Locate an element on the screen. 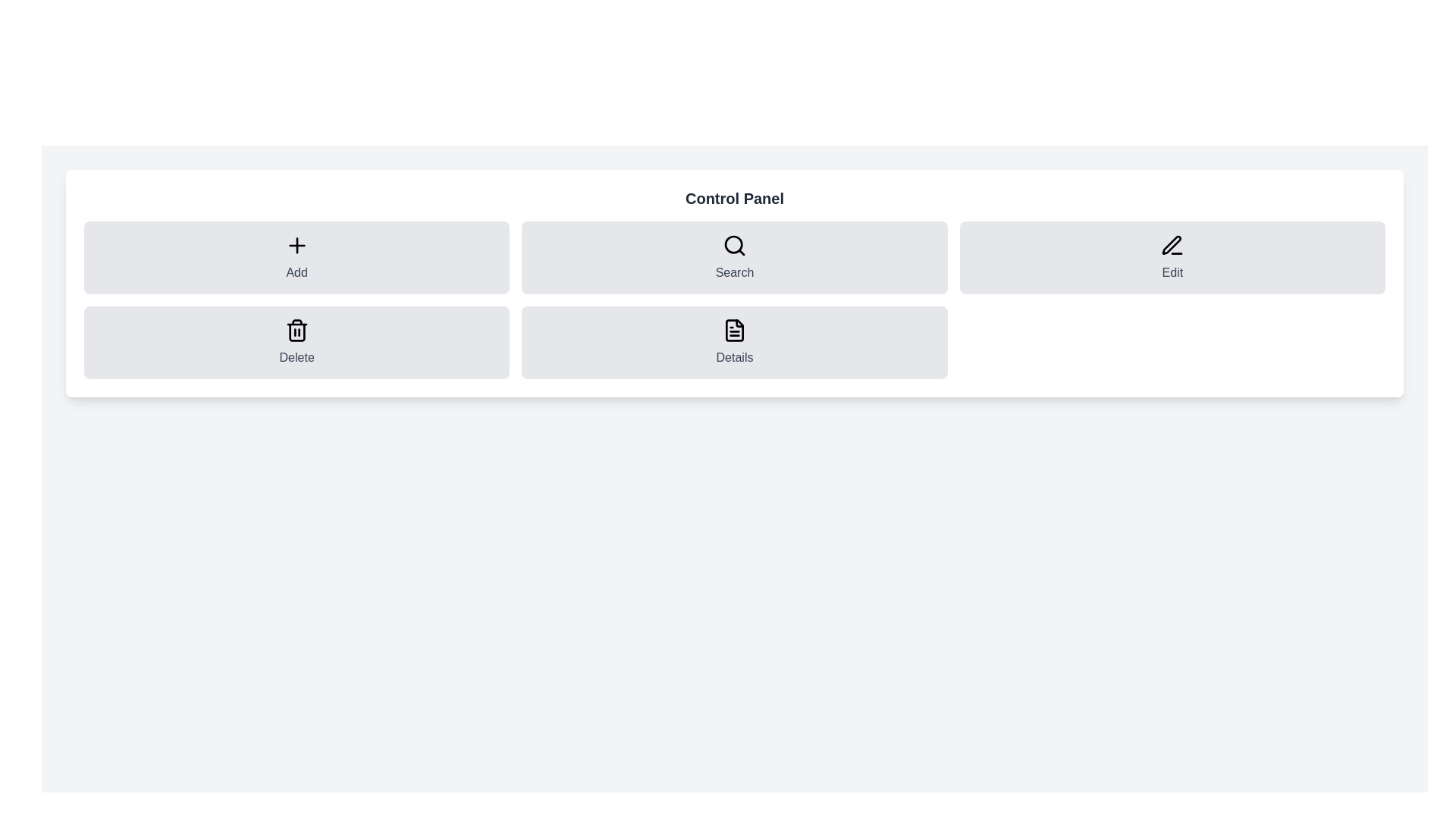 Image resolution: width=1456 pixels, height=819 pixels. the text label displaying 'Edit' that is styled in gray (#gray-700) and located beneath a pen icon in the top-right section of the Control Panel interface is located at coordinates (1172, 271).